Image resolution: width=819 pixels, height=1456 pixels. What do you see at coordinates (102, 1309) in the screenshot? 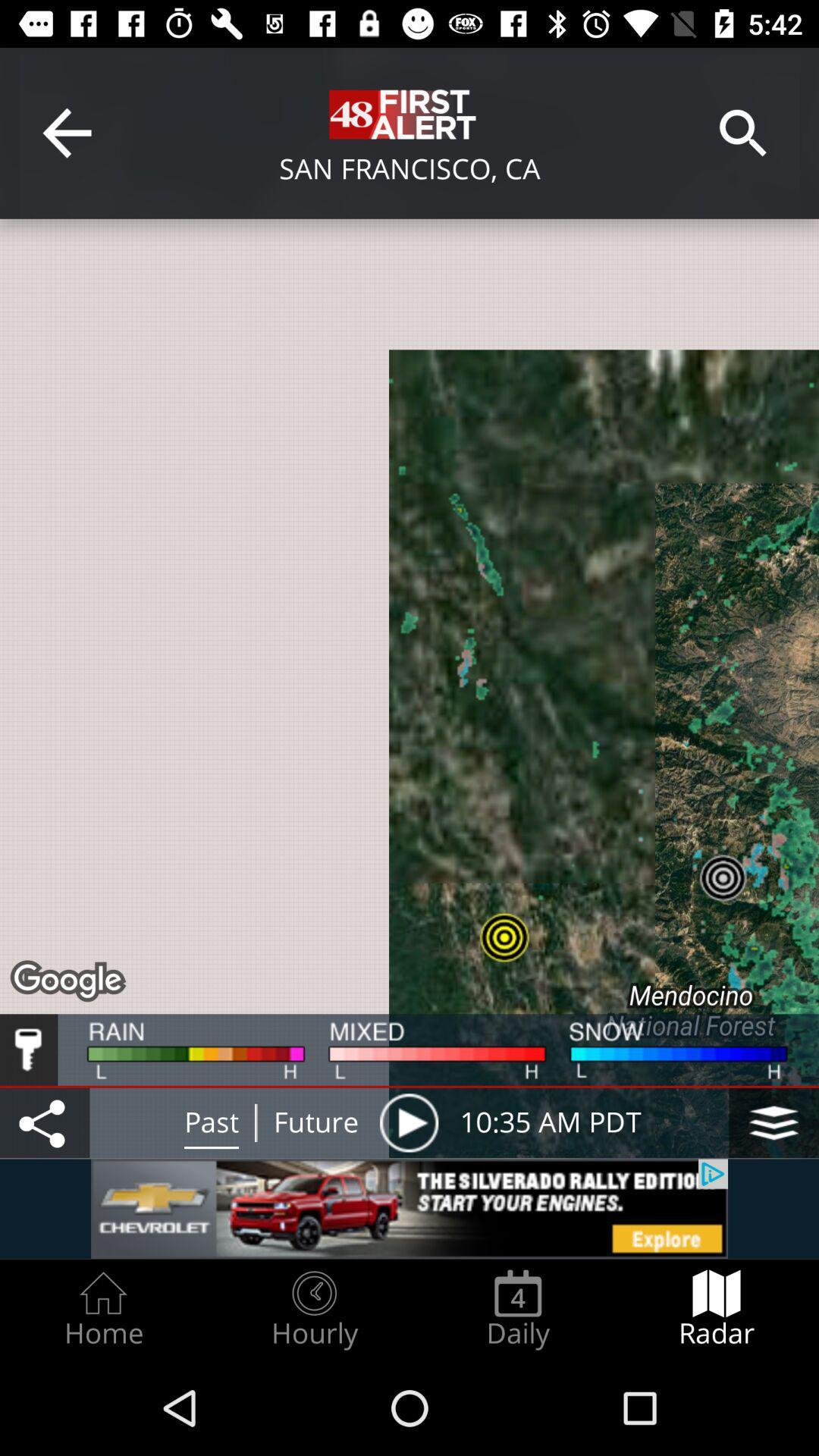
I see `radio button to the left of the hourly` at bounding box center [102, 1309].